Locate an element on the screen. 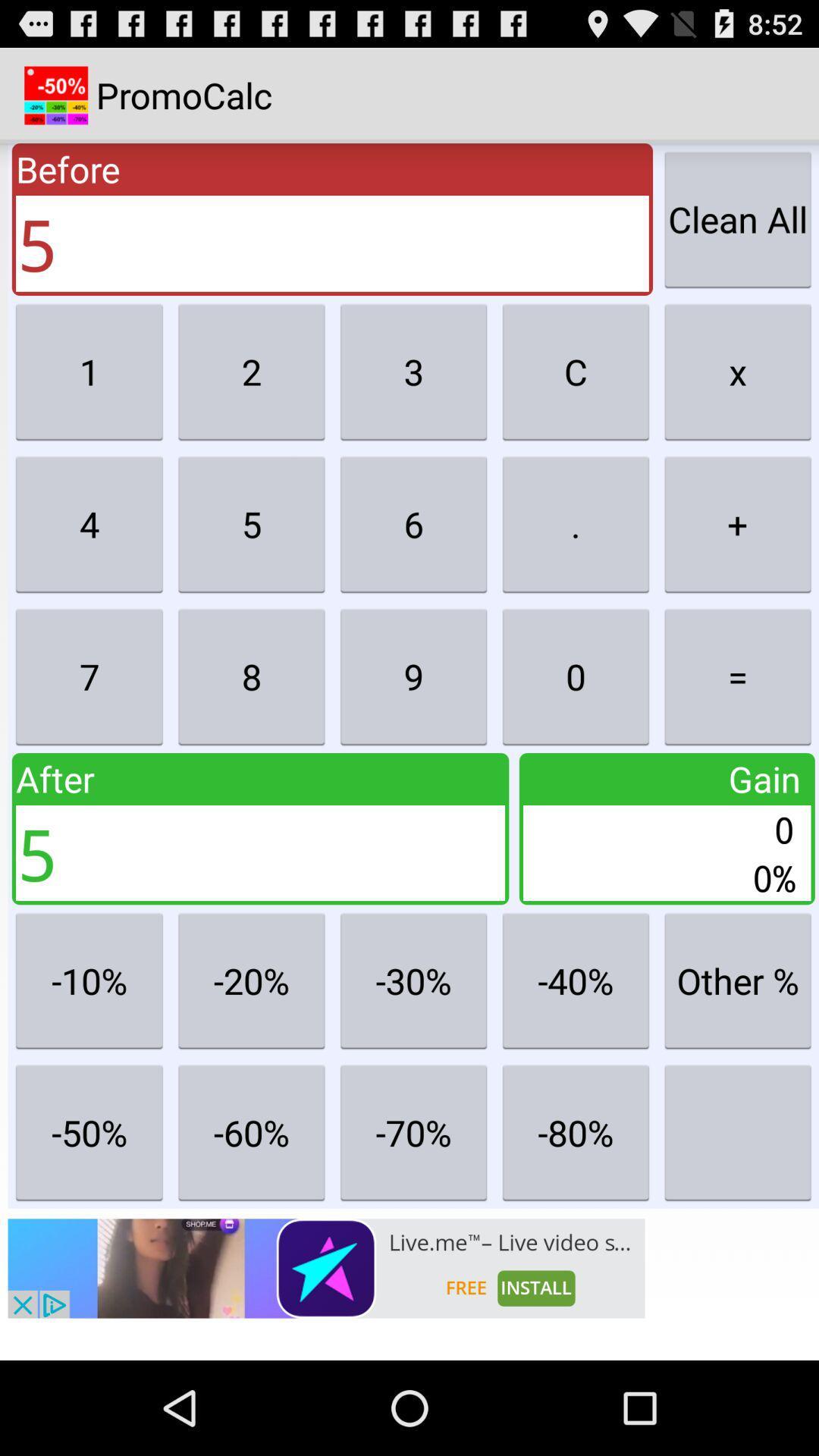 The height and width of the screenshot is (1456, 819). open advert is located at coordinates (325, 1268).